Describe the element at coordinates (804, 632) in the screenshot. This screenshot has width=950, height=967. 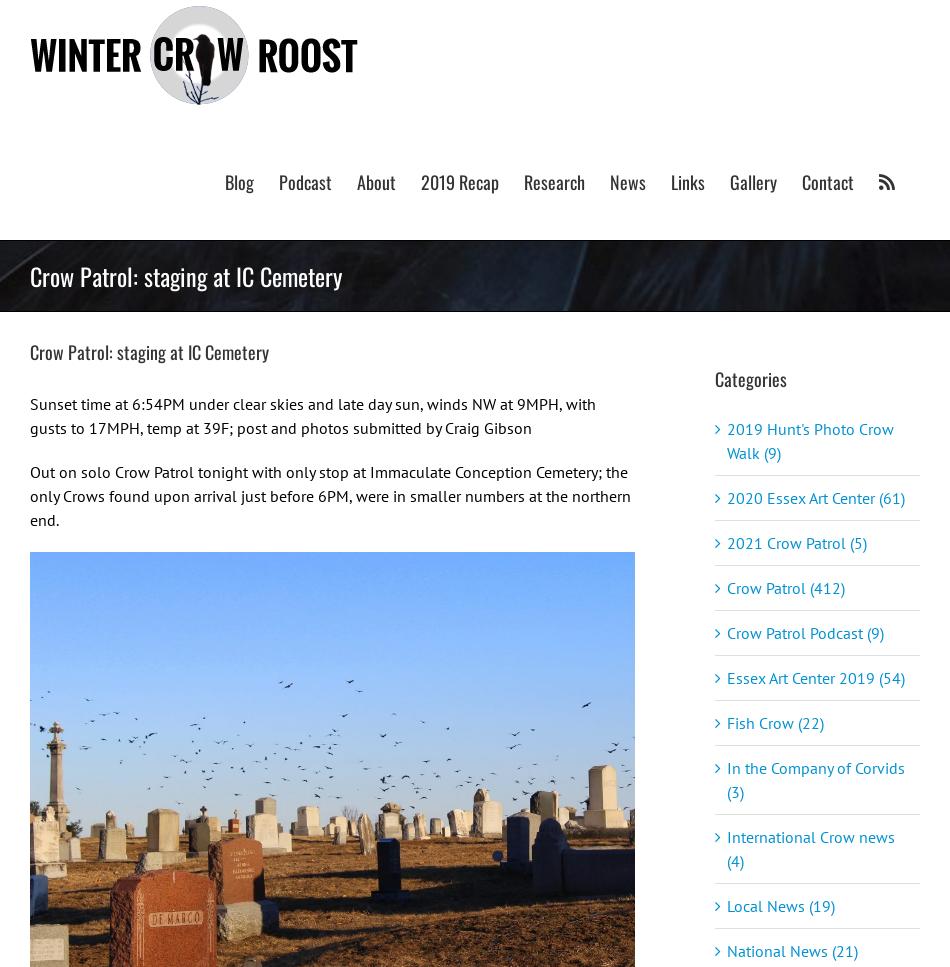
I see `'Crow Patrol Podcast (9)'` at that location.